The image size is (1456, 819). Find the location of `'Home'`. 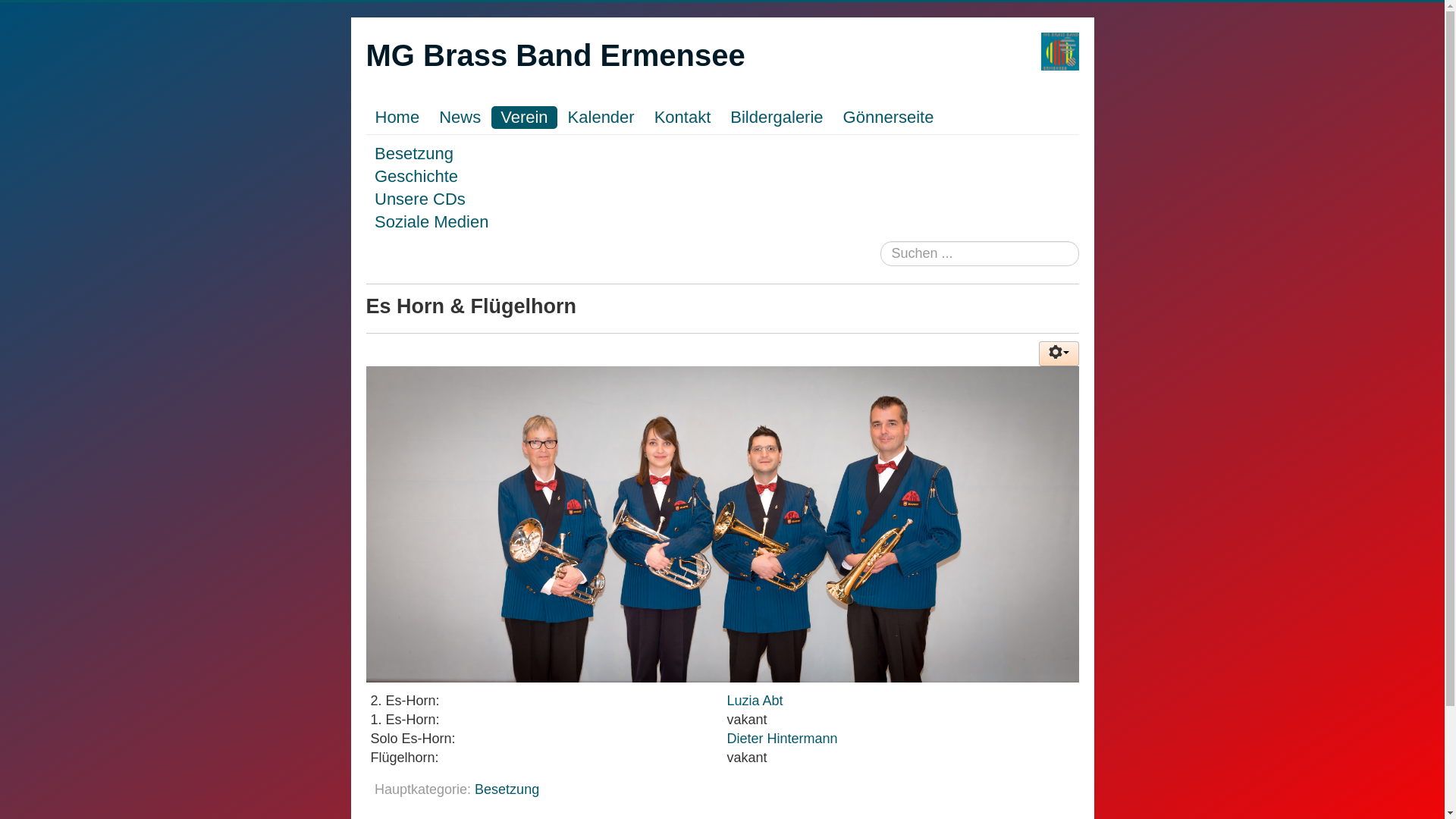

'Home' is located at coordinates (397, 116).